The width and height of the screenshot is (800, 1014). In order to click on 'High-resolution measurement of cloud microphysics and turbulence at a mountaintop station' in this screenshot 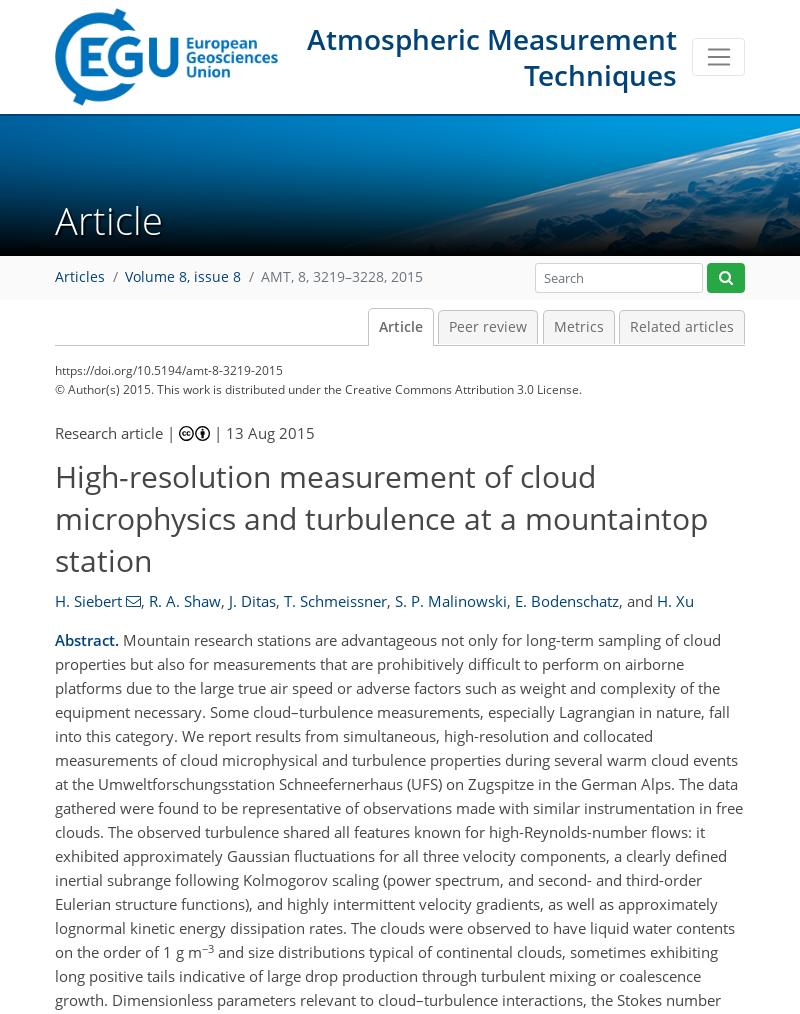, I will do `click(380, 516)`.